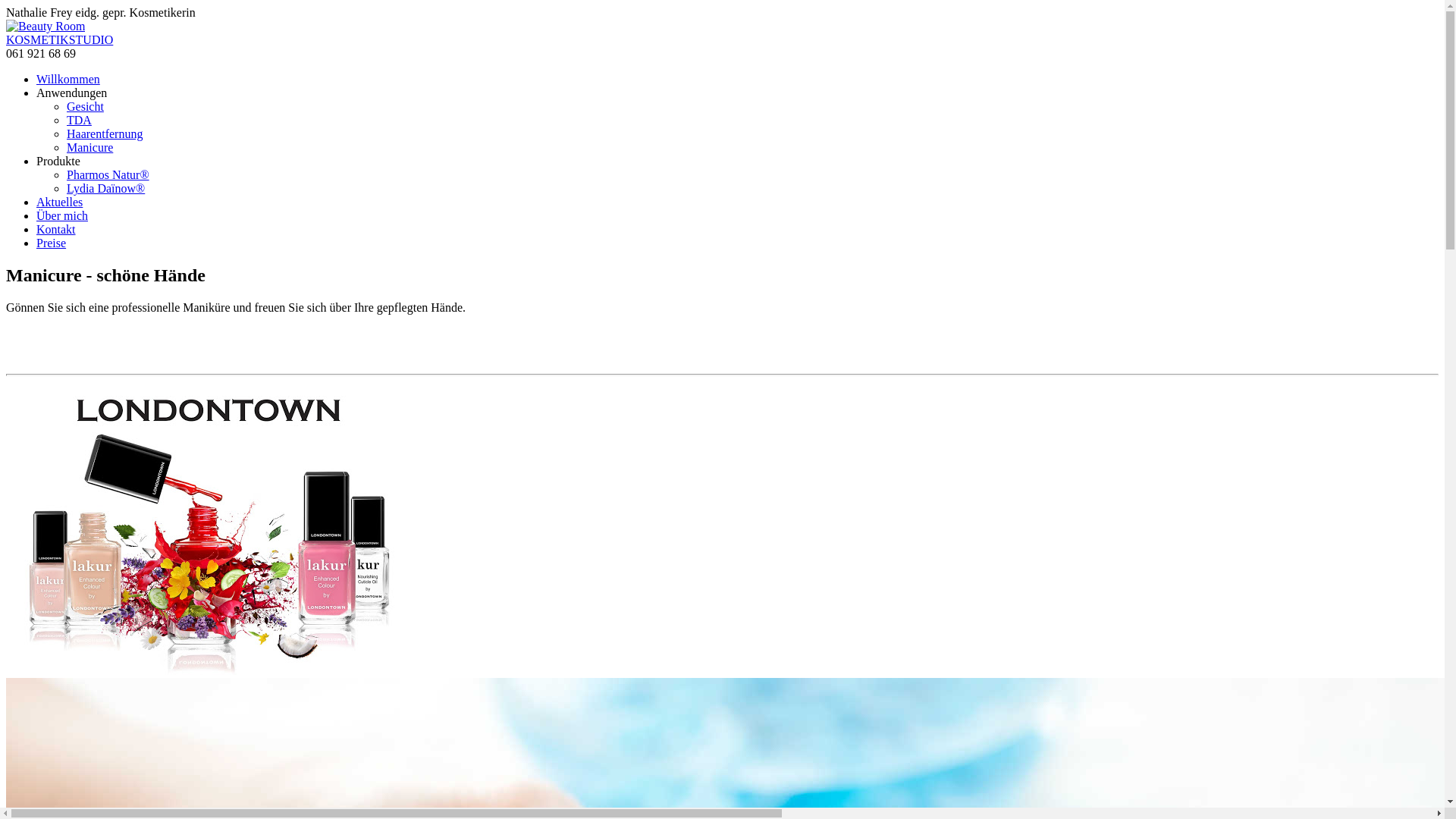 The image size is (1456, 819). I want to click on 'KOSMETIKSTUDIO', so click(6, 39).